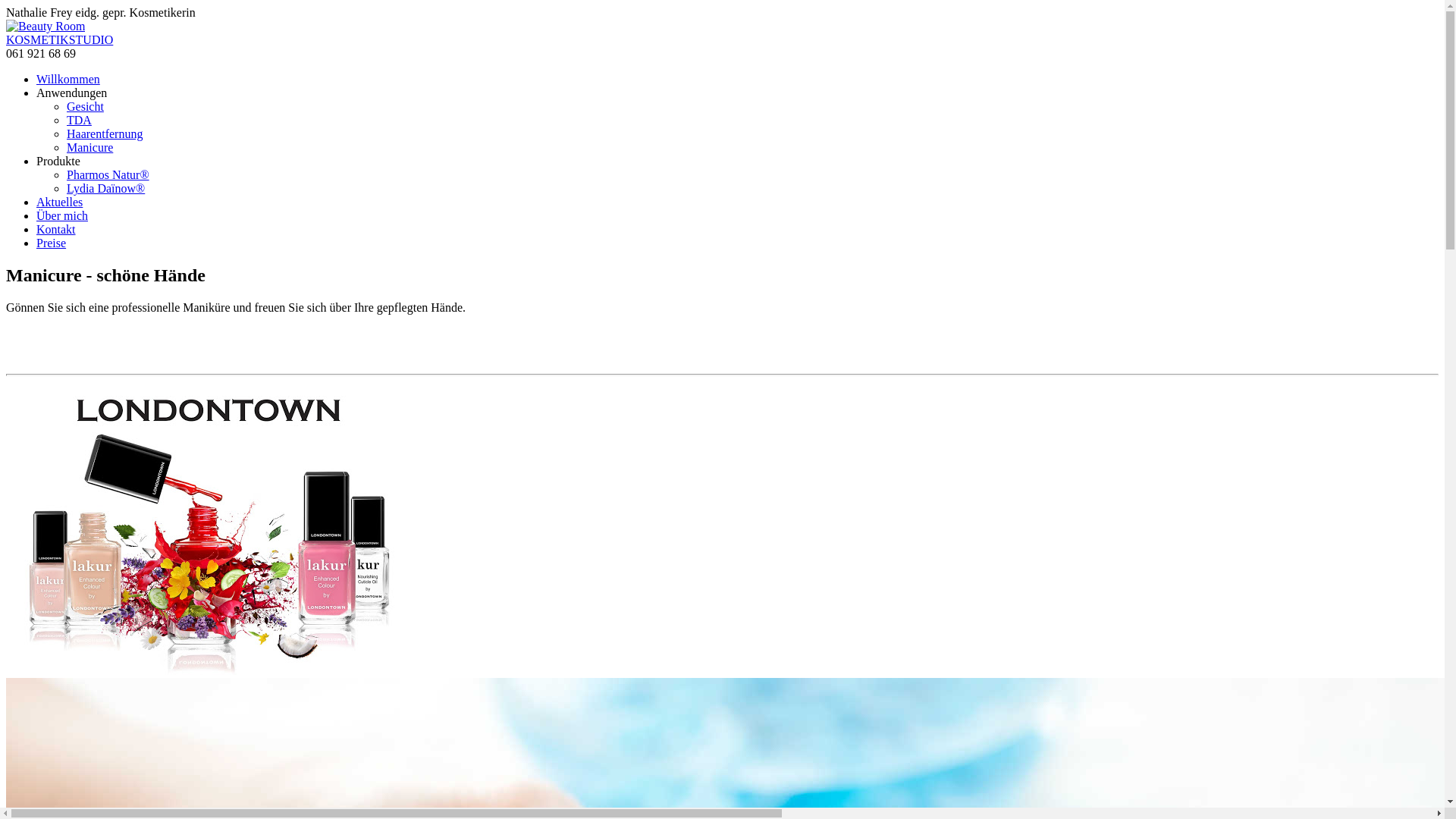 The image size is (1456, 819). I want to click on 'KOSMETIKSTUDIO', so click(6, 39).